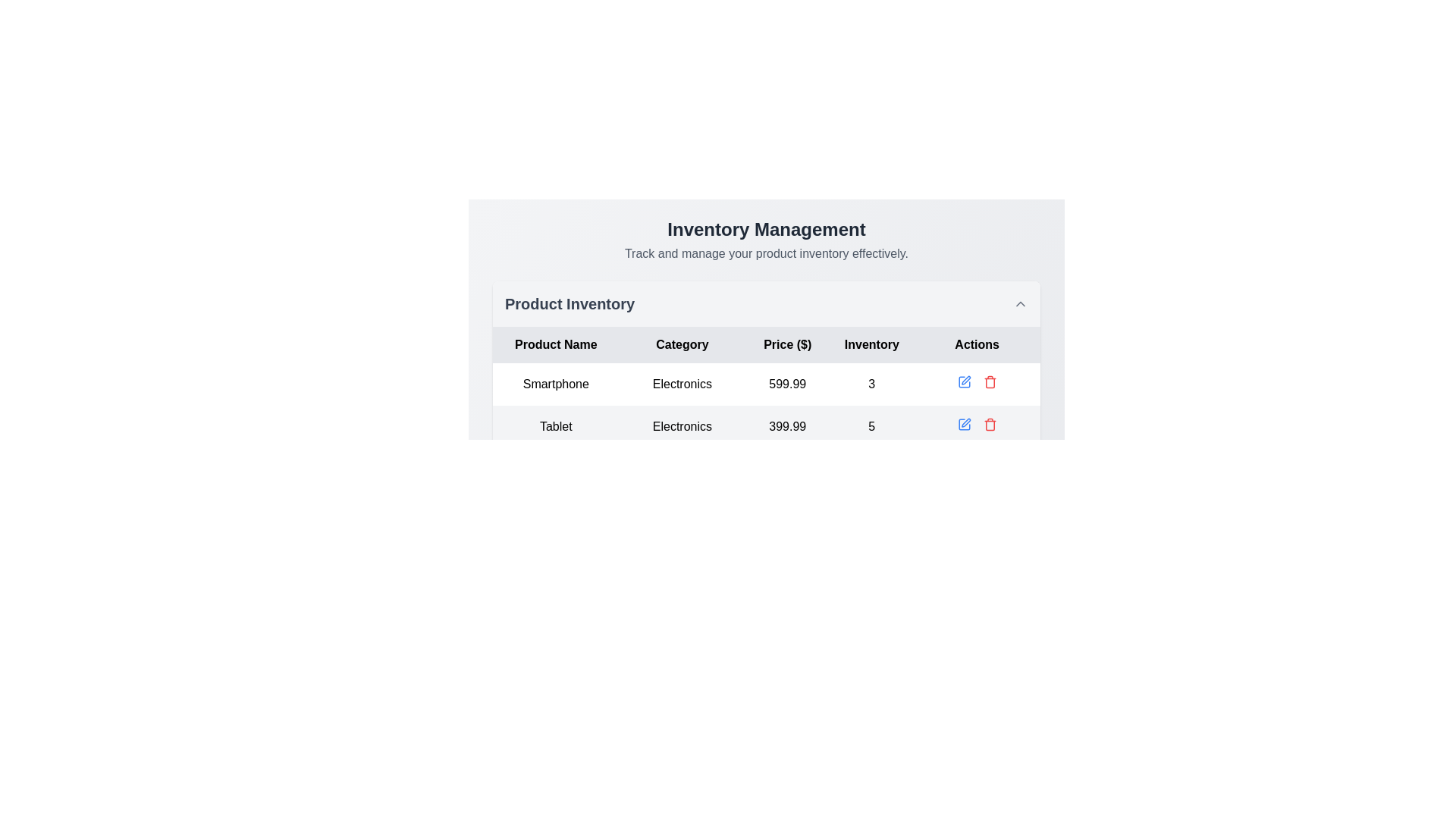 This screenshot has height=819, width=1456. I want to click on the side walls and bottom of the trash can icon located in the 'Actions' column of the second row of the inventory table, so click(990, 382).